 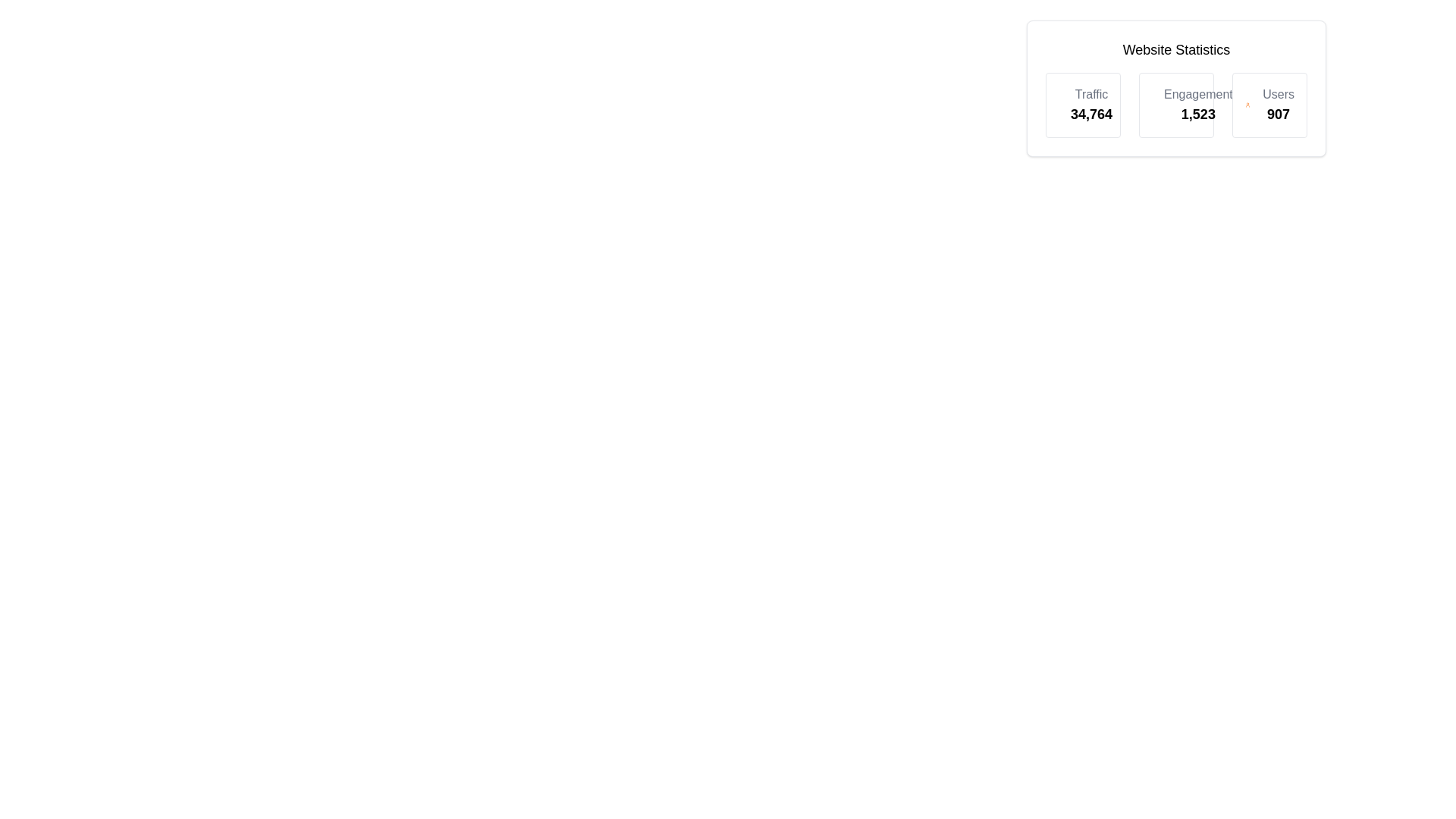 What do you see at coordinates (1090, 94) in the screenshot?
I see `the text label that indicates the 'Traffic' metric, which provides descriptive information for the value '34,764'` at bounding box center [1090, 94].